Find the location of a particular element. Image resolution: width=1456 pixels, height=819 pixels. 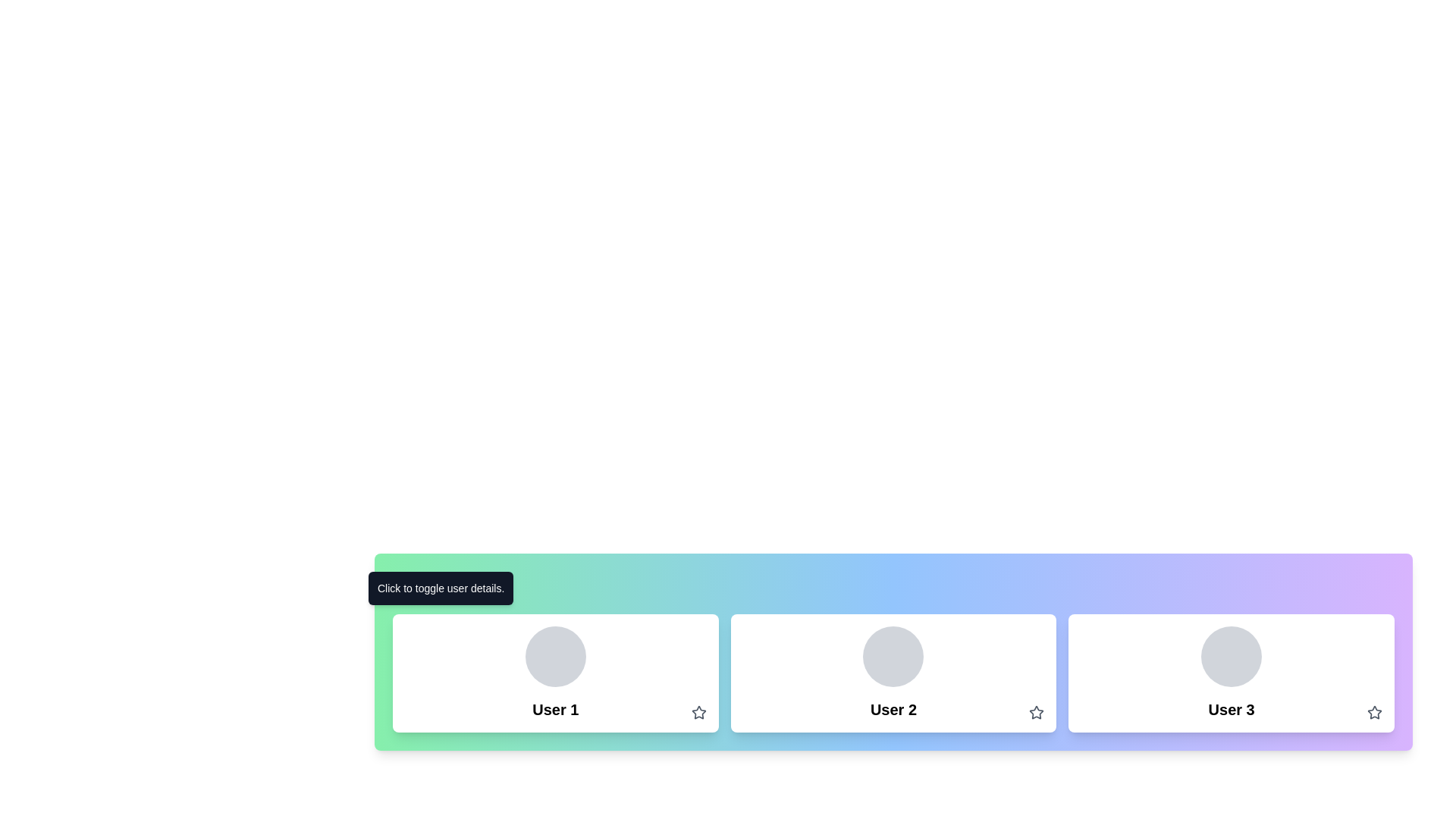

the star icon located in the bottom-right corner of the card for 'User 1' is located at coordinates (698, 712).